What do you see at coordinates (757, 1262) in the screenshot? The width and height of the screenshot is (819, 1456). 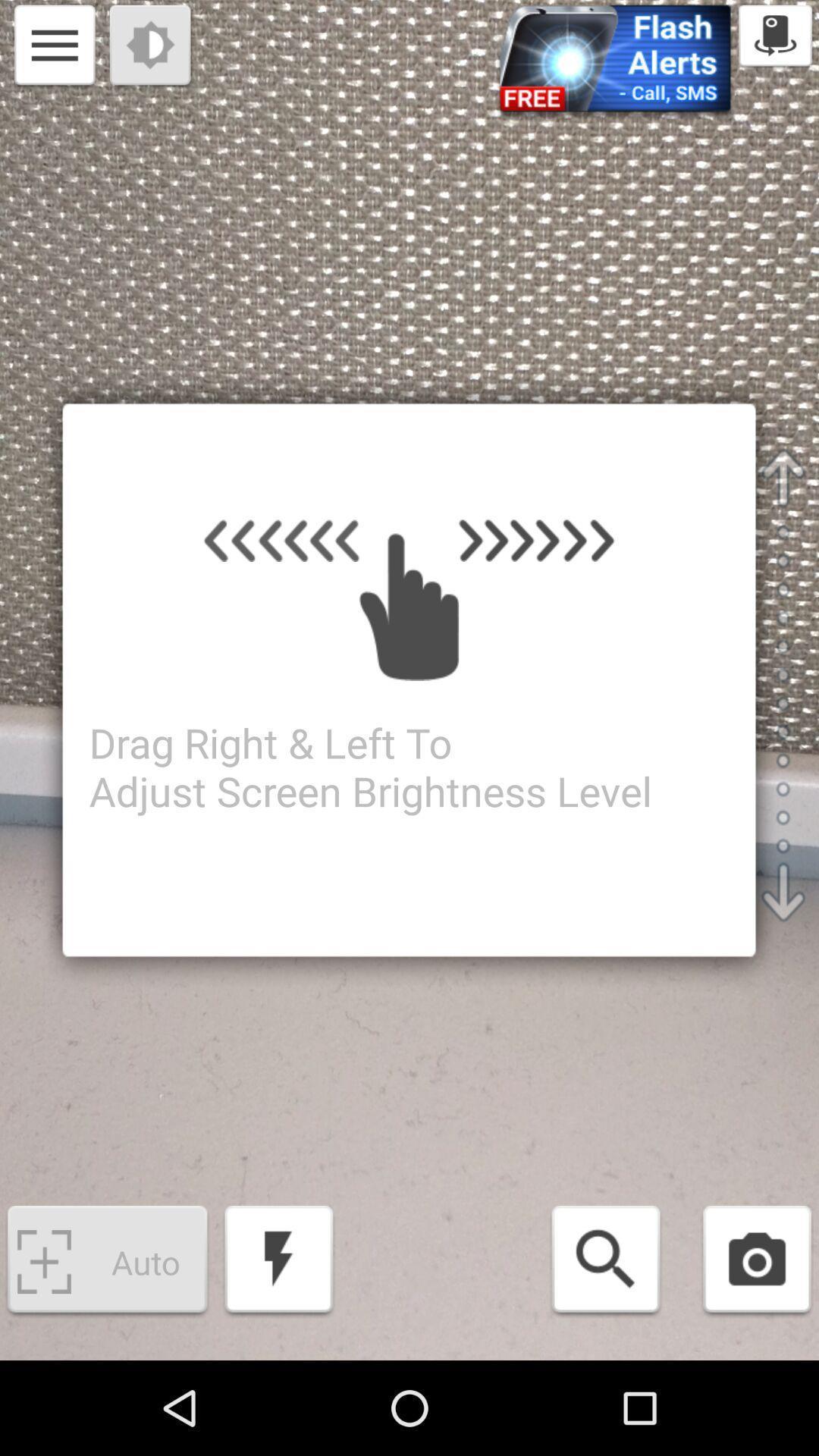 I see `take picture` at bounding box center [757, 1262].